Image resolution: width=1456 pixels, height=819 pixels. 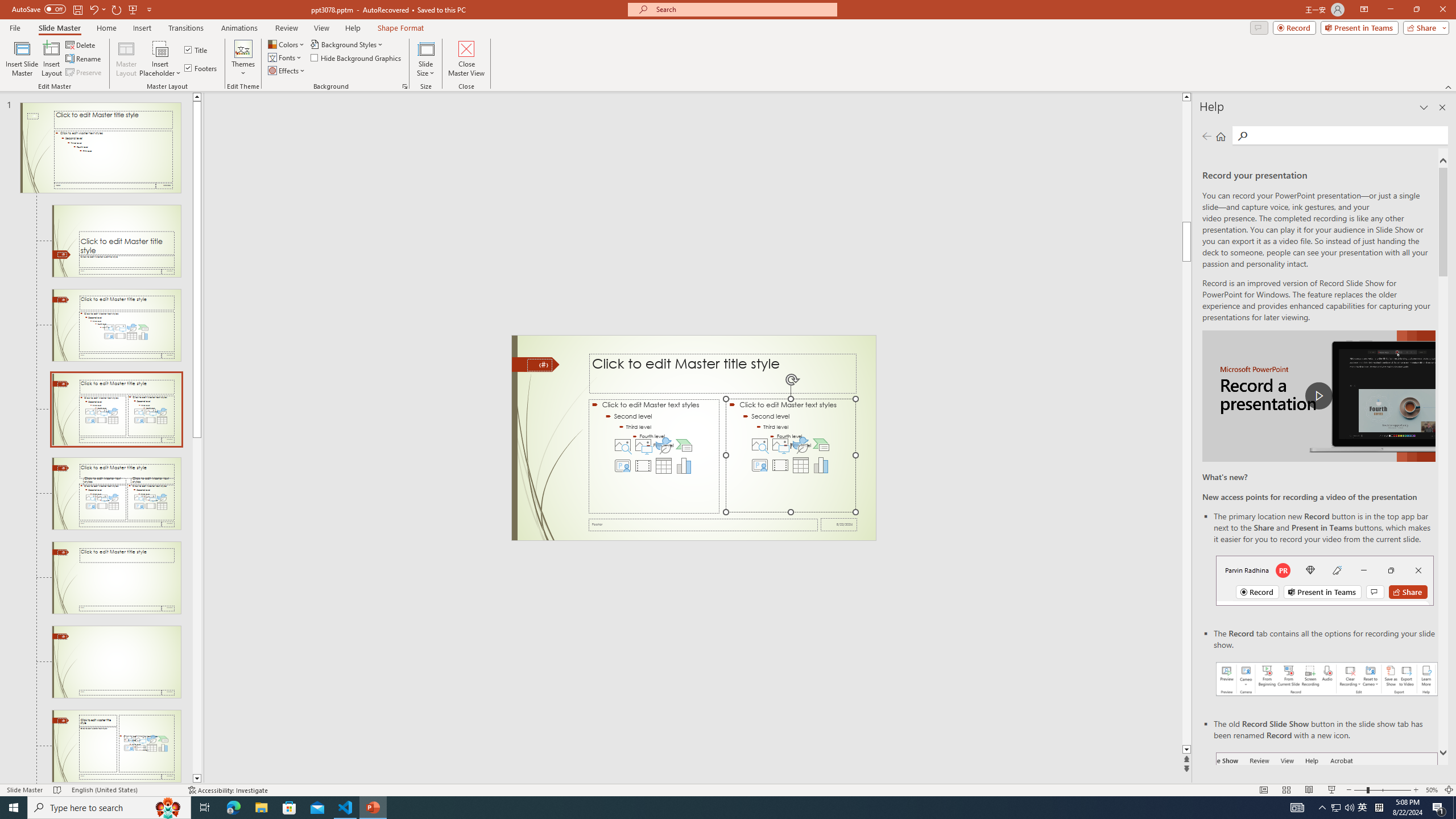 What do you see at coordinates (1318, 396) in the screenshot?
I see `'play Record a Presentation'` at bounding box center [1318, 396].